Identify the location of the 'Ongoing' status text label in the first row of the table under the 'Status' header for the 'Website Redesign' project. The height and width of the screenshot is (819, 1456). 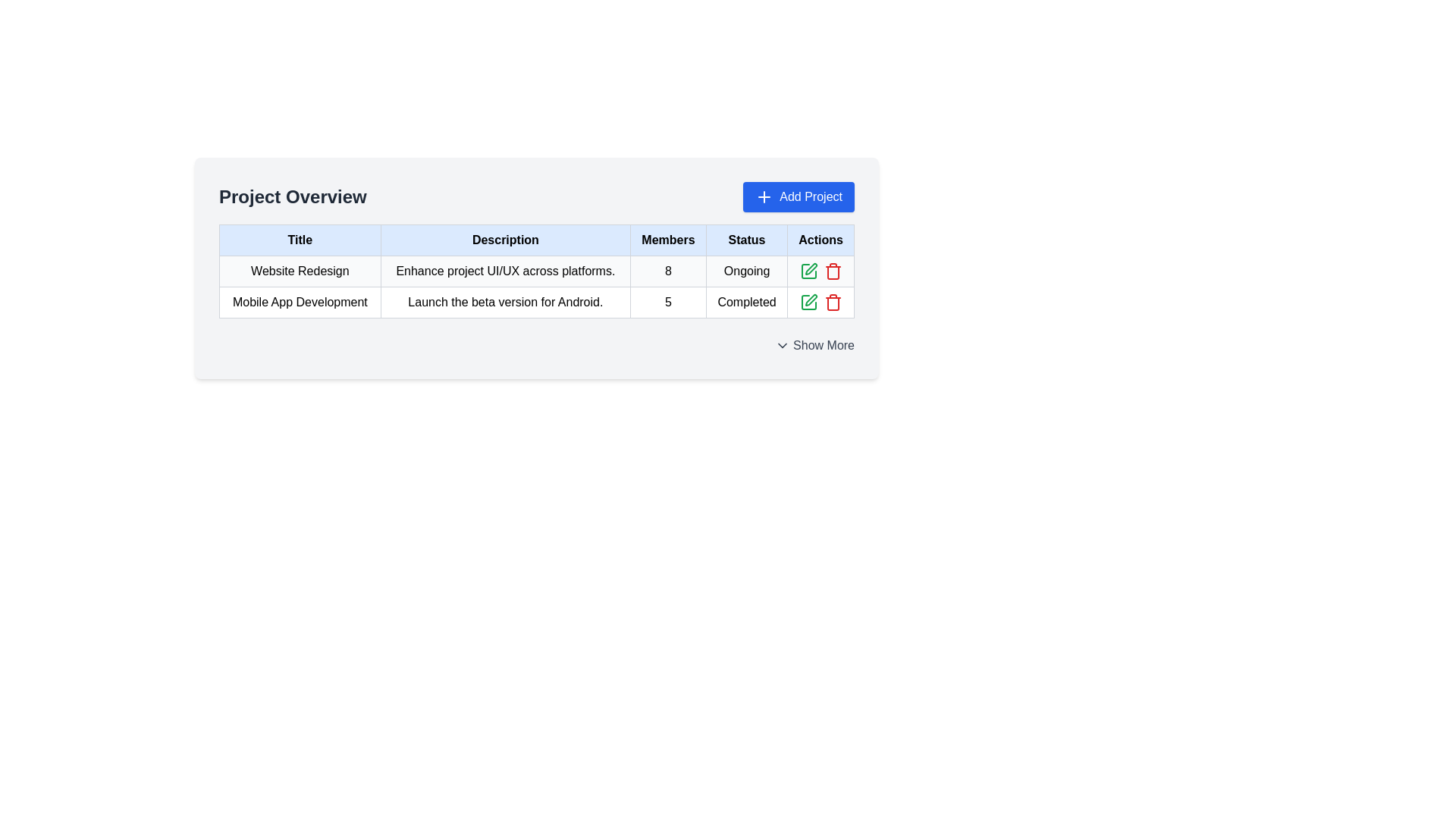
(747, 271).